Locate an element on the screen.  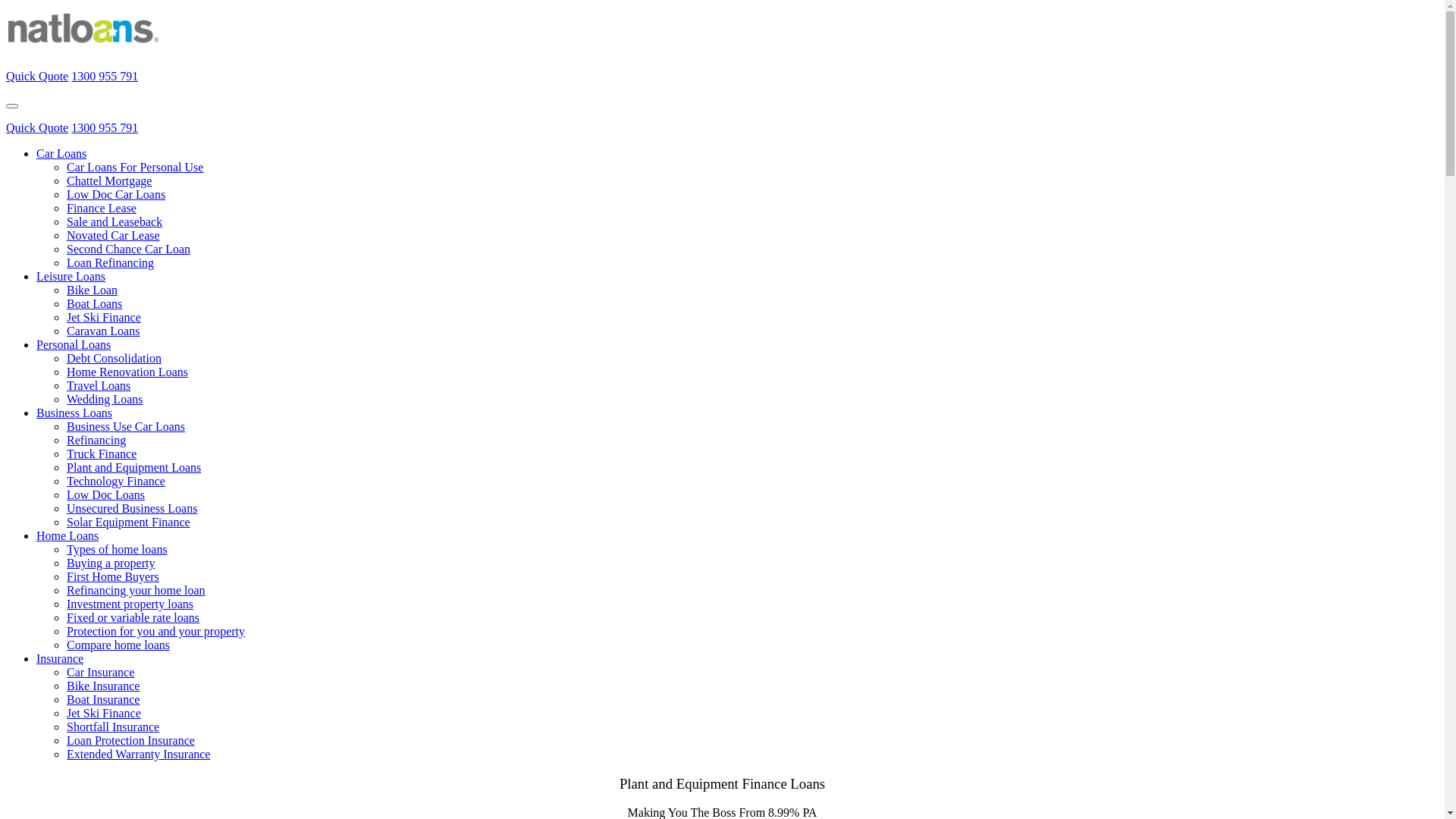
'Protection for you and your property' is located at coordinates (155, 631).